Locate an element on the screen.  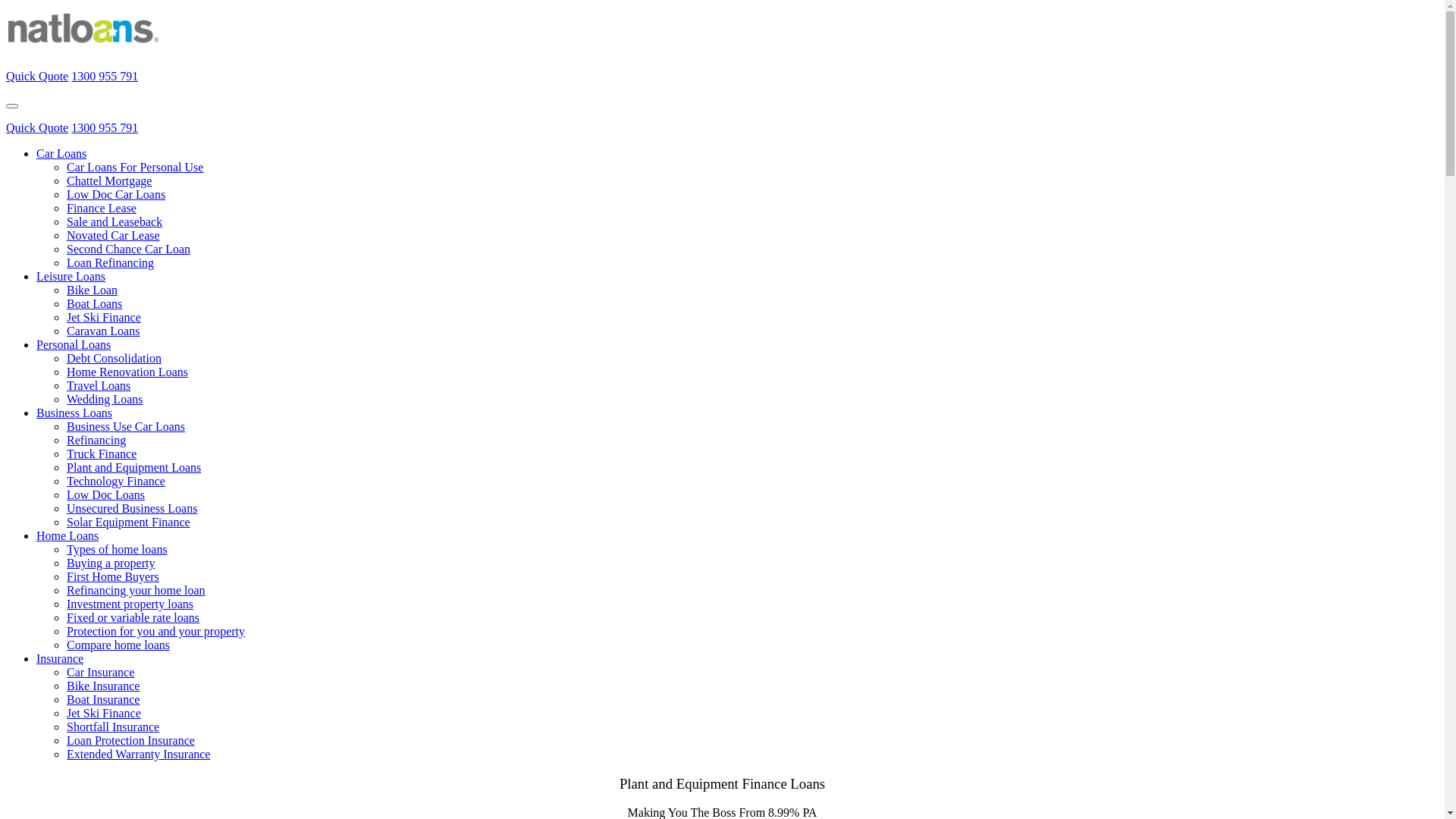
'Protection for you and your property' is located at coordinates (155, 631).